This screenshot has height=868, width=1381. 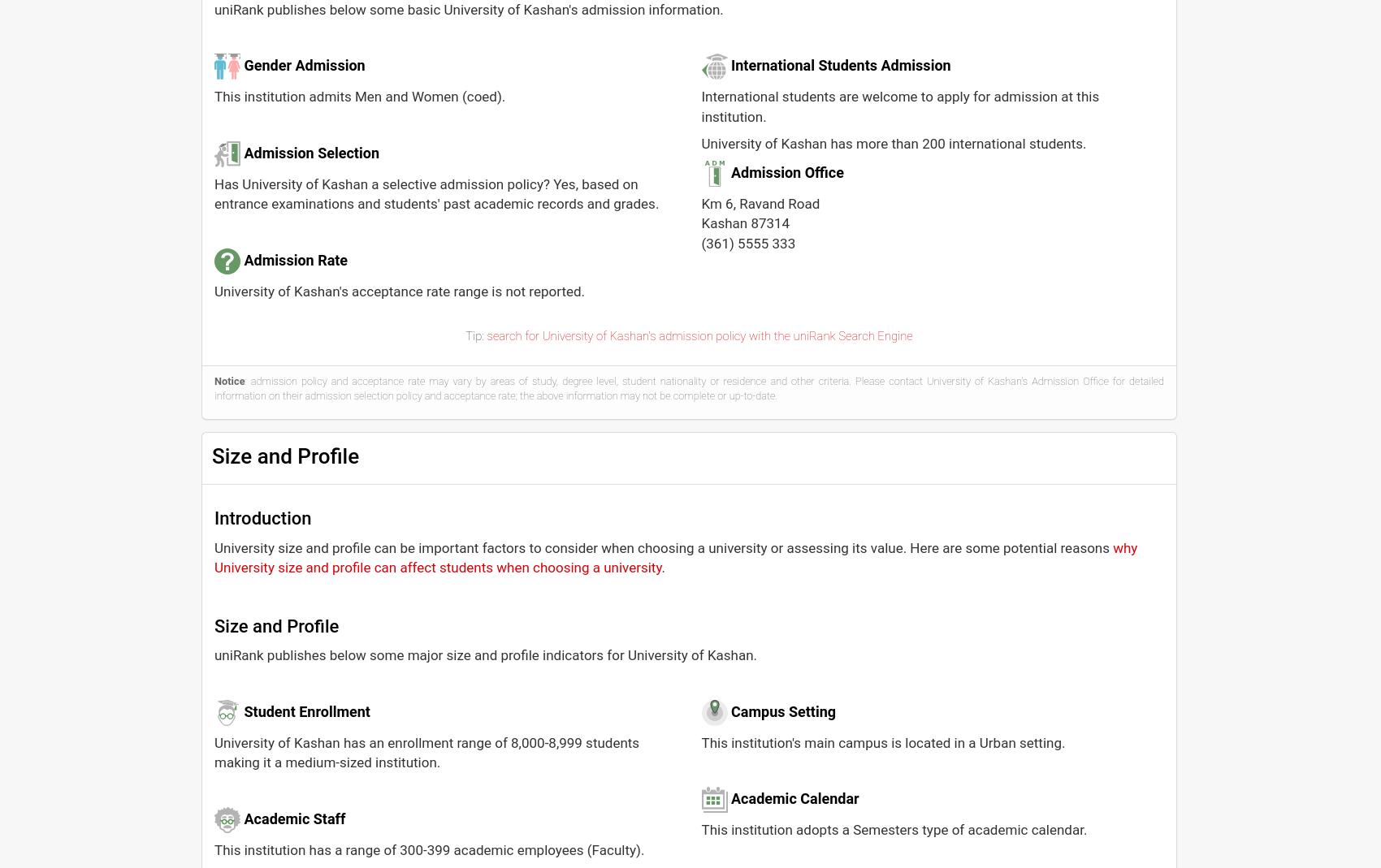 I want to click on 'uniRank publishes below some basic University of Kashan's admission information.', so click(x=467, y=8).